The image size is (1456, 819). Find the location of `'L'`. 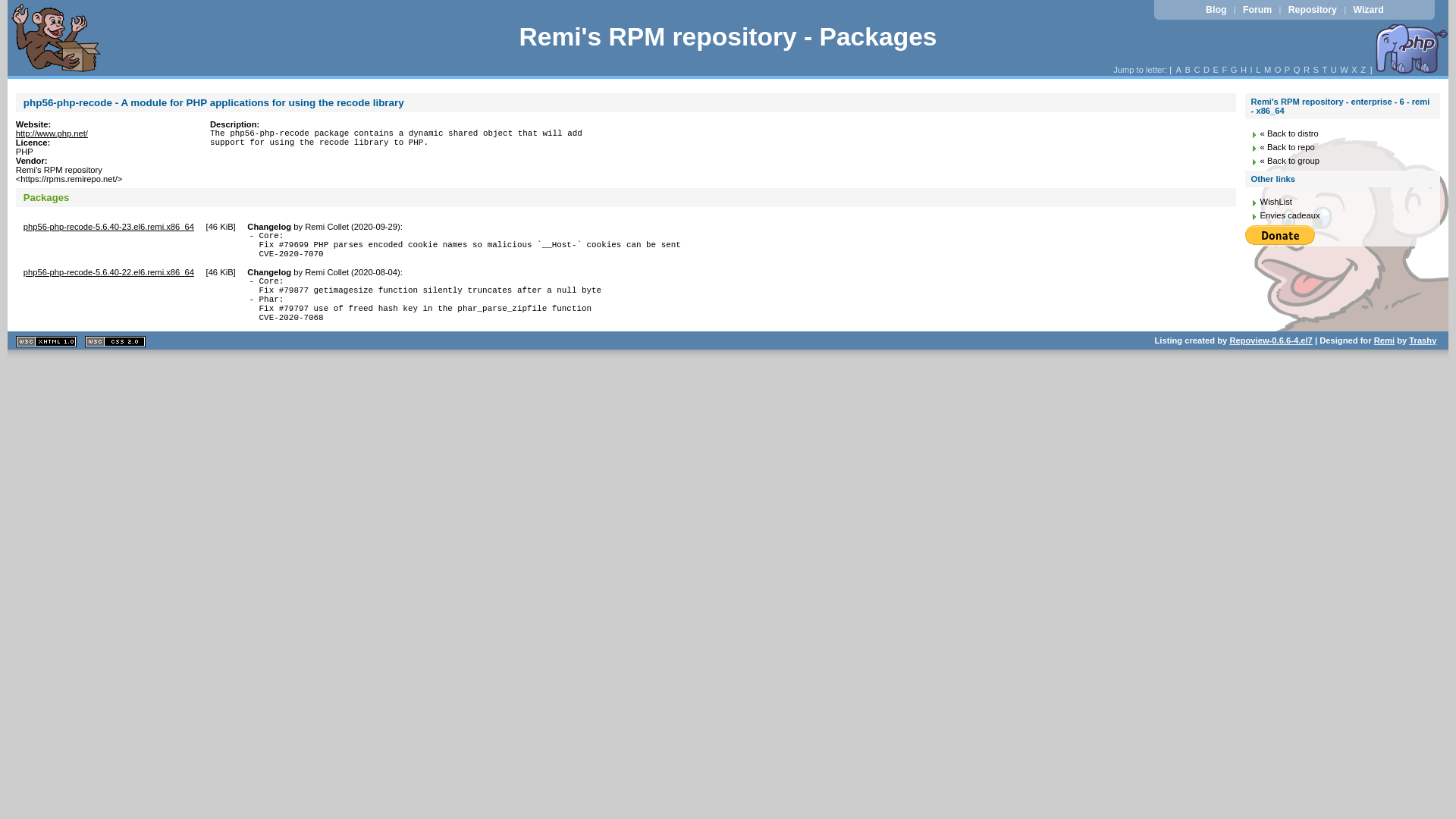

'L' is located at coordinates (1258, 70).